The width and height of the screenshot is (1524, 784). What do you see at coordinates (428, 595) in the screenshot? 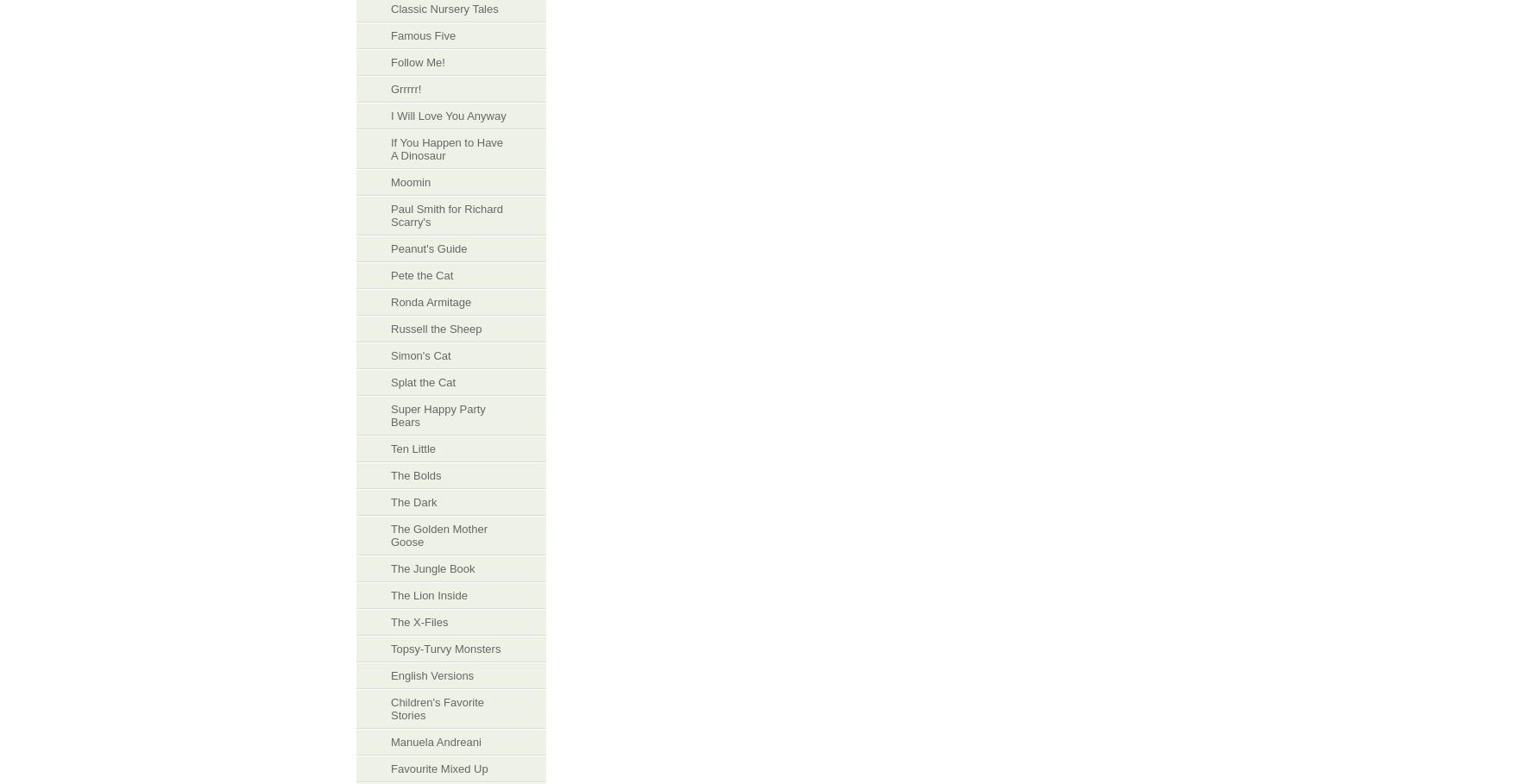
I see `'The Lion Inside'` at bounding box center [428, 595].